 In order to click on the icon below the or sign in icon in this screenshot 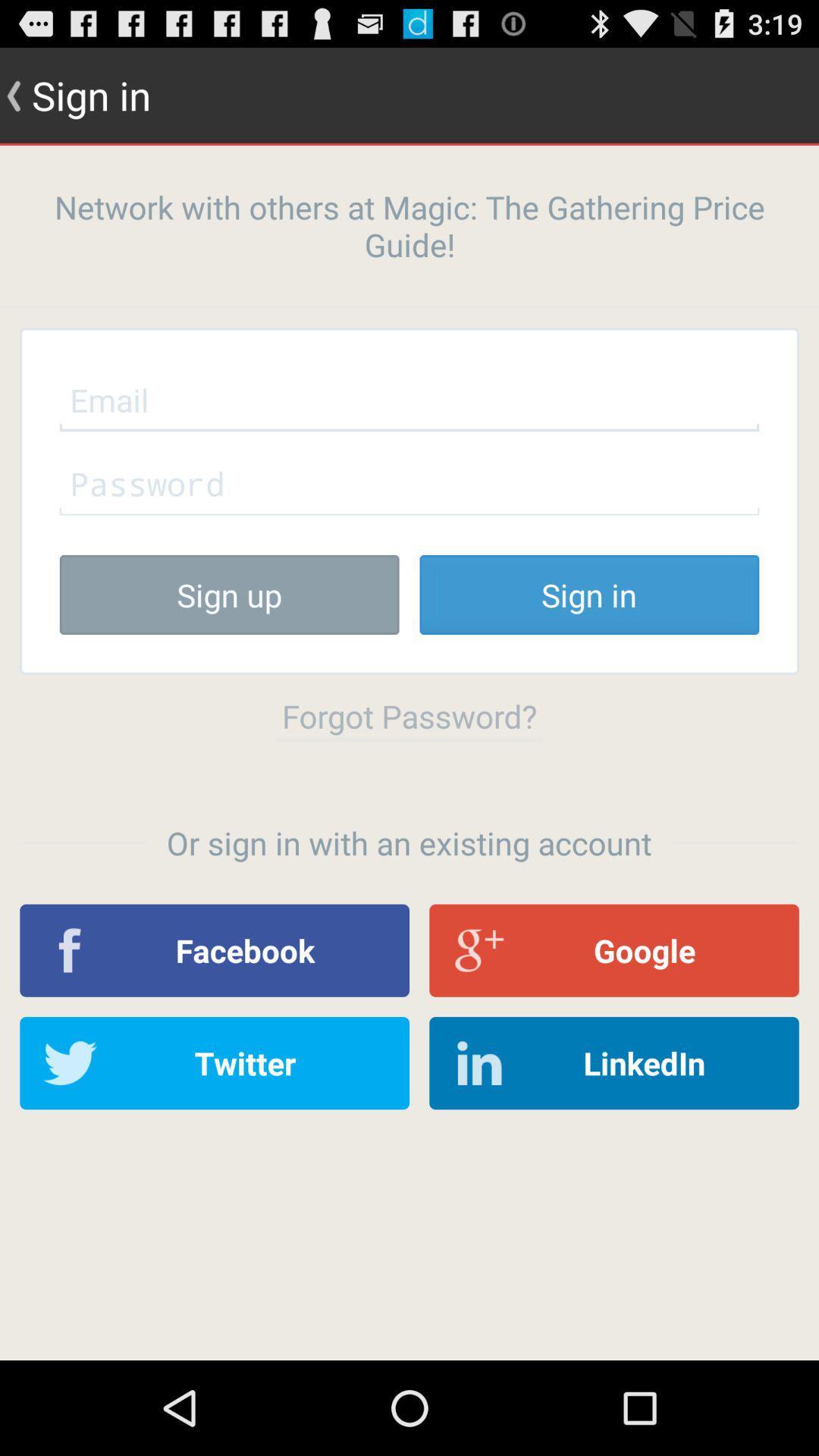, I will do `click(215, 949)`.